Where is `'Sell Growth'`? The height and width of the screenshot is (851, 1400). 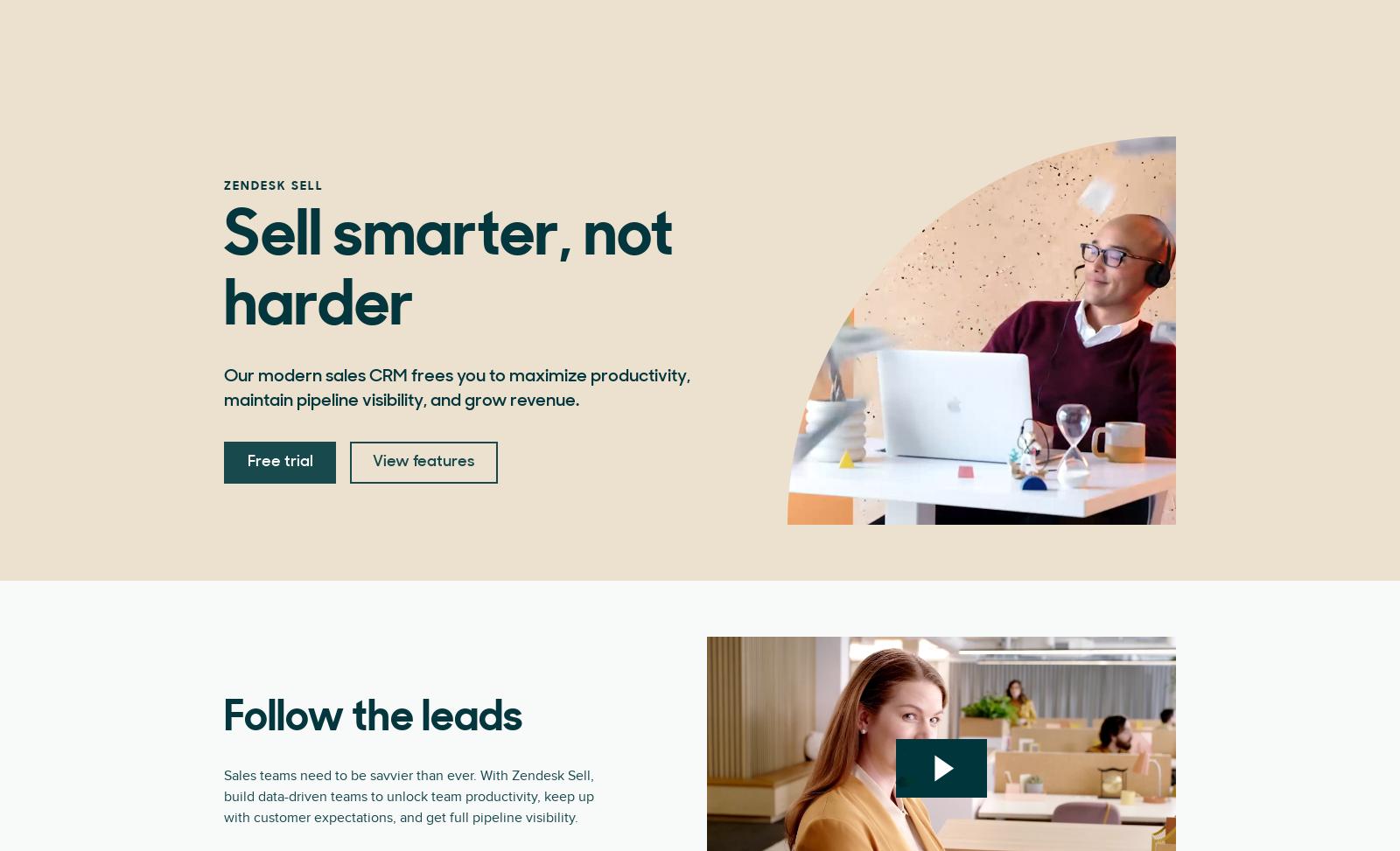
'Sell Growth' is located at coordinates (579, 62).